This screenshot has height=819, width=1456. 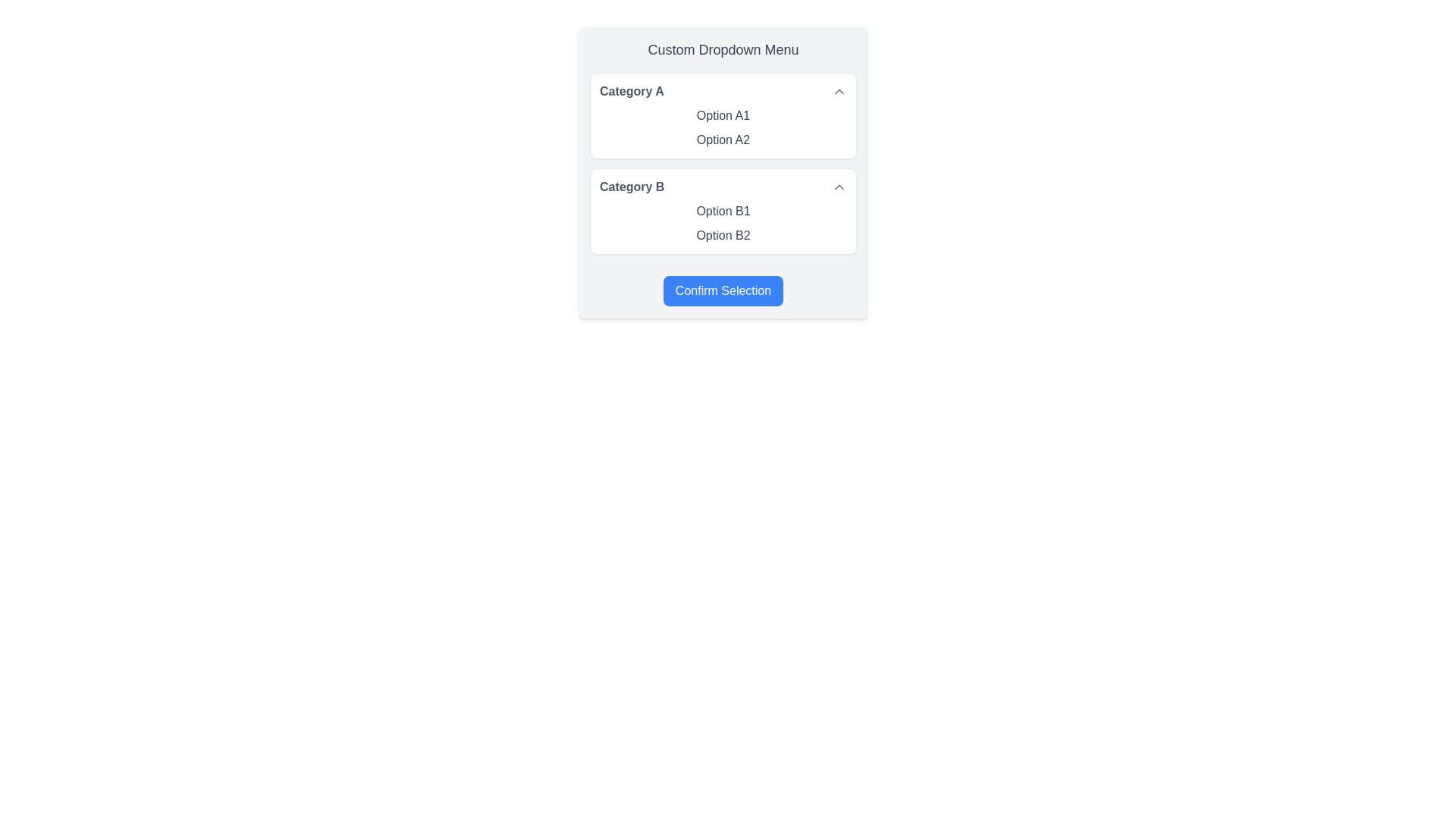 I want to click on the text label 'Category B' which is styled in bold and muted gray, serving as a header in the dropdown menu for related options, so click(x=632, y=186).